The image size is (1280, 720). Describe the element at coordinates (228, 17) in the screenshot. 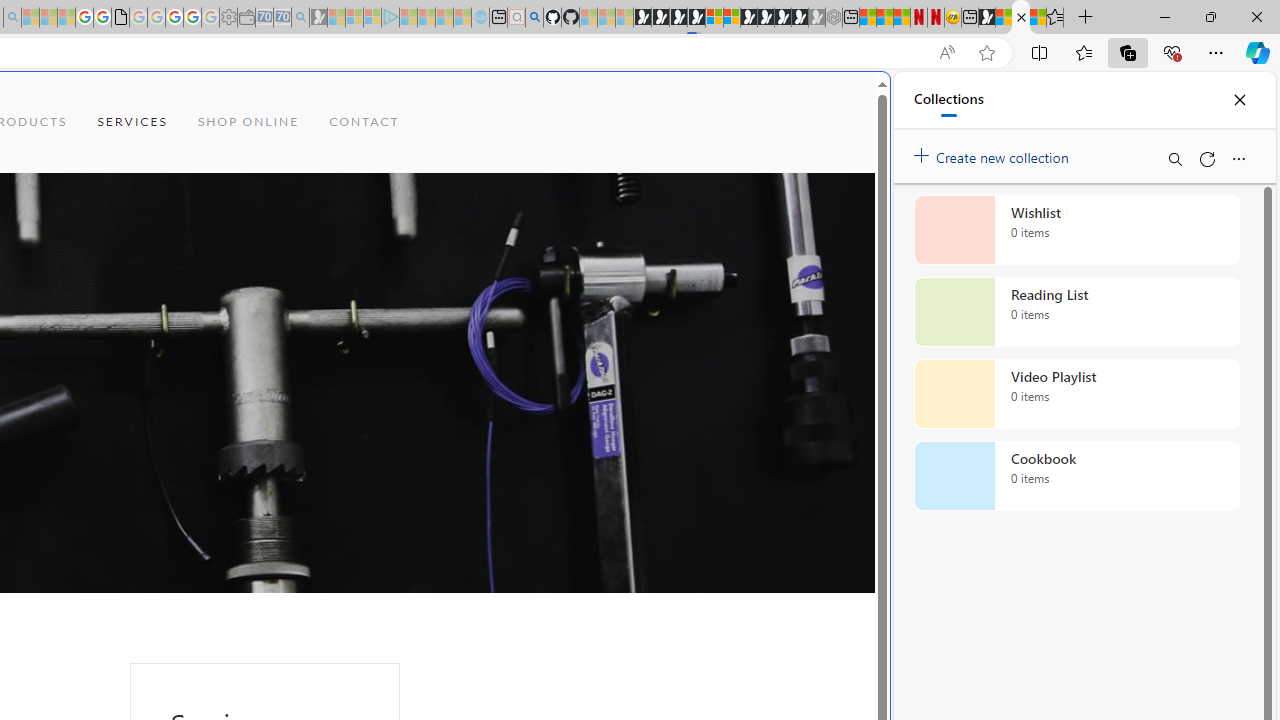

I see `'Settings - Sleeping'` at that location.